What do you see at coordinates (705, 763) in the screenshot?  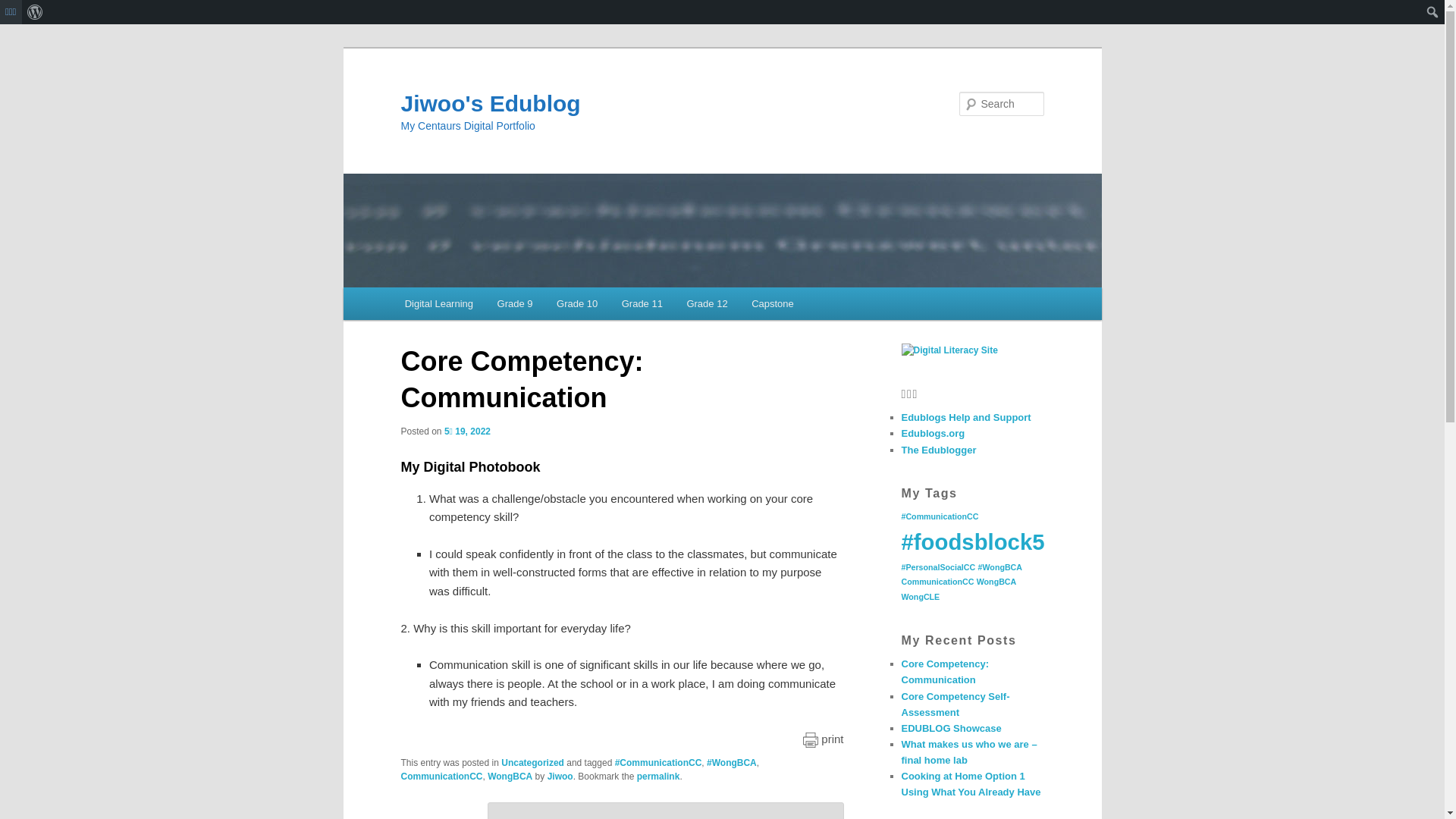 I see `'#WongBCA'` at bounding box center [705, 763].